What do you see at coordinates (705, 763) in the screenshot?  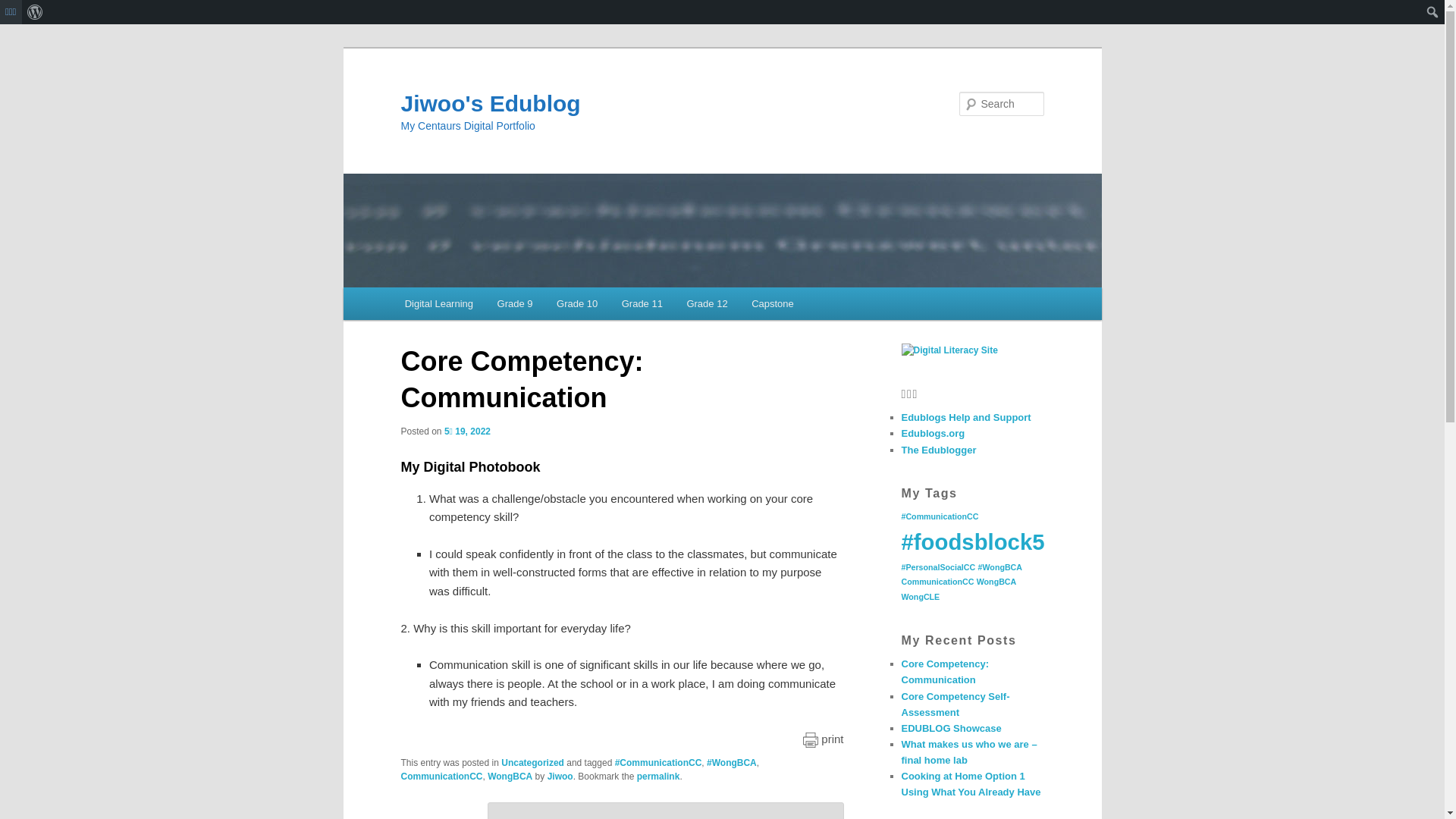 I see `'#WongBCA'` at bounding box center [705, 763].